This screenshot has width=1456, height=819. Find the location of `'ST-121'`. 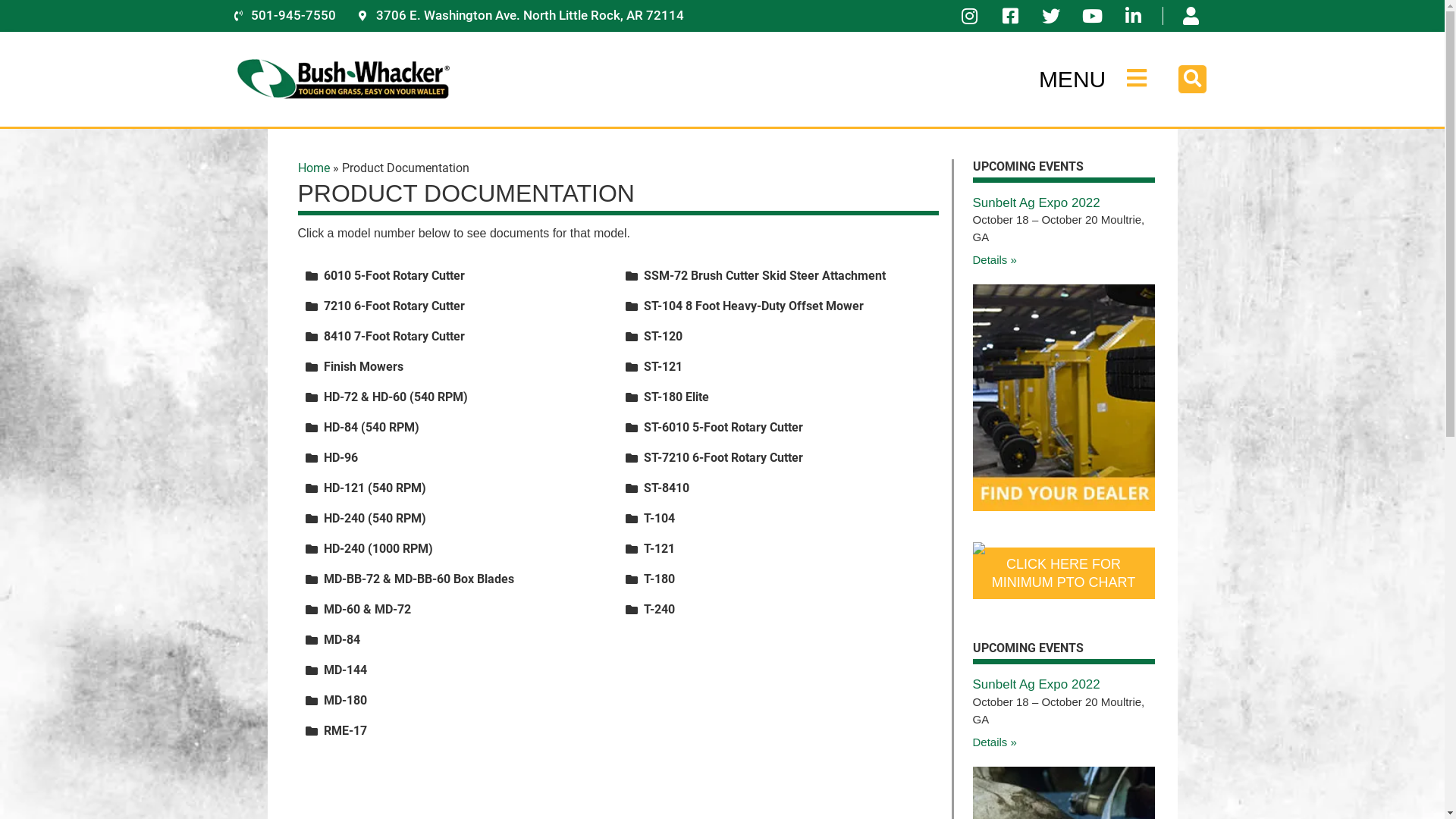

'ST-121' is located at coordinates (663, 366).